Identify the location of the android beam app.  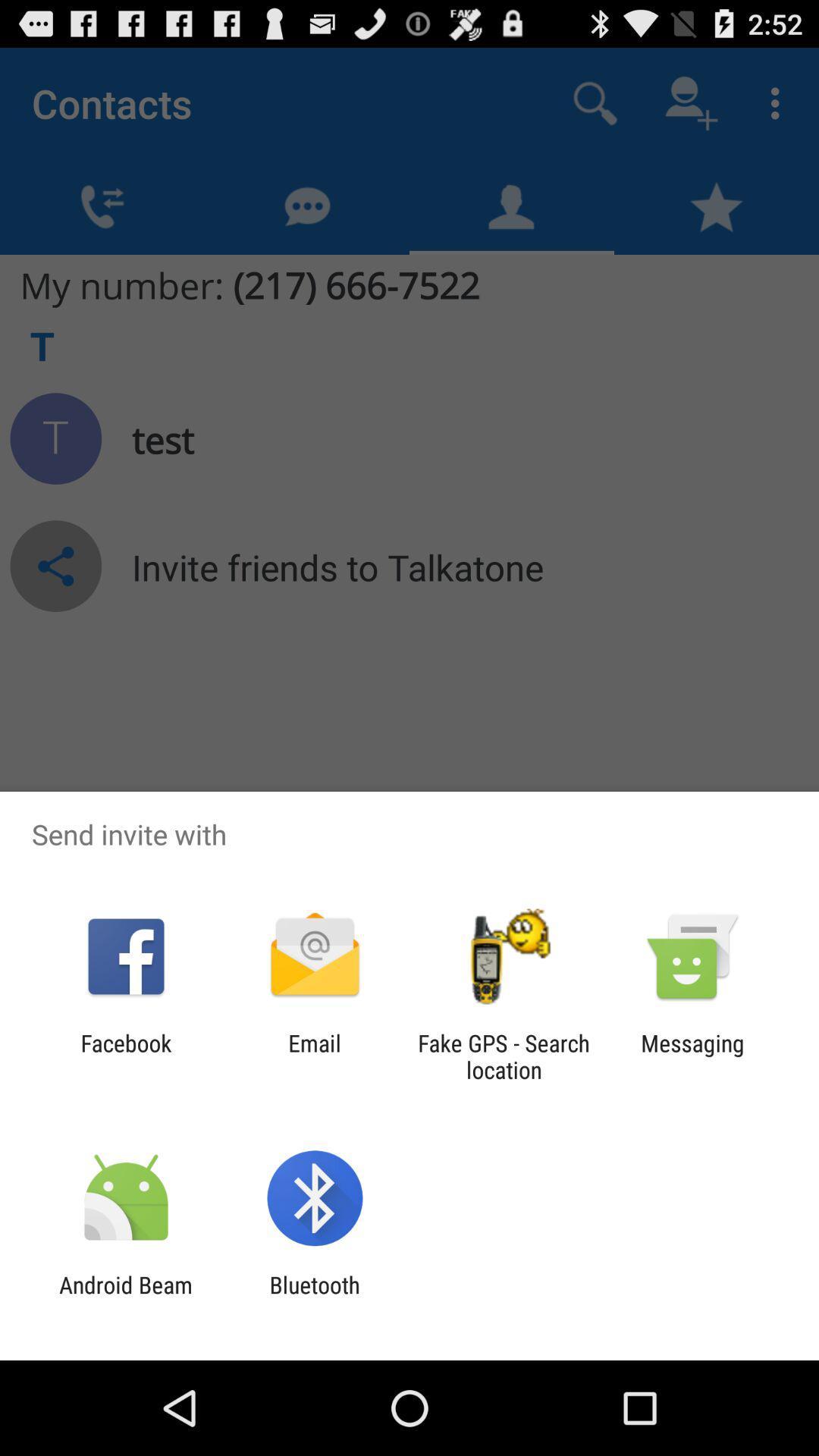
(125, 1298).